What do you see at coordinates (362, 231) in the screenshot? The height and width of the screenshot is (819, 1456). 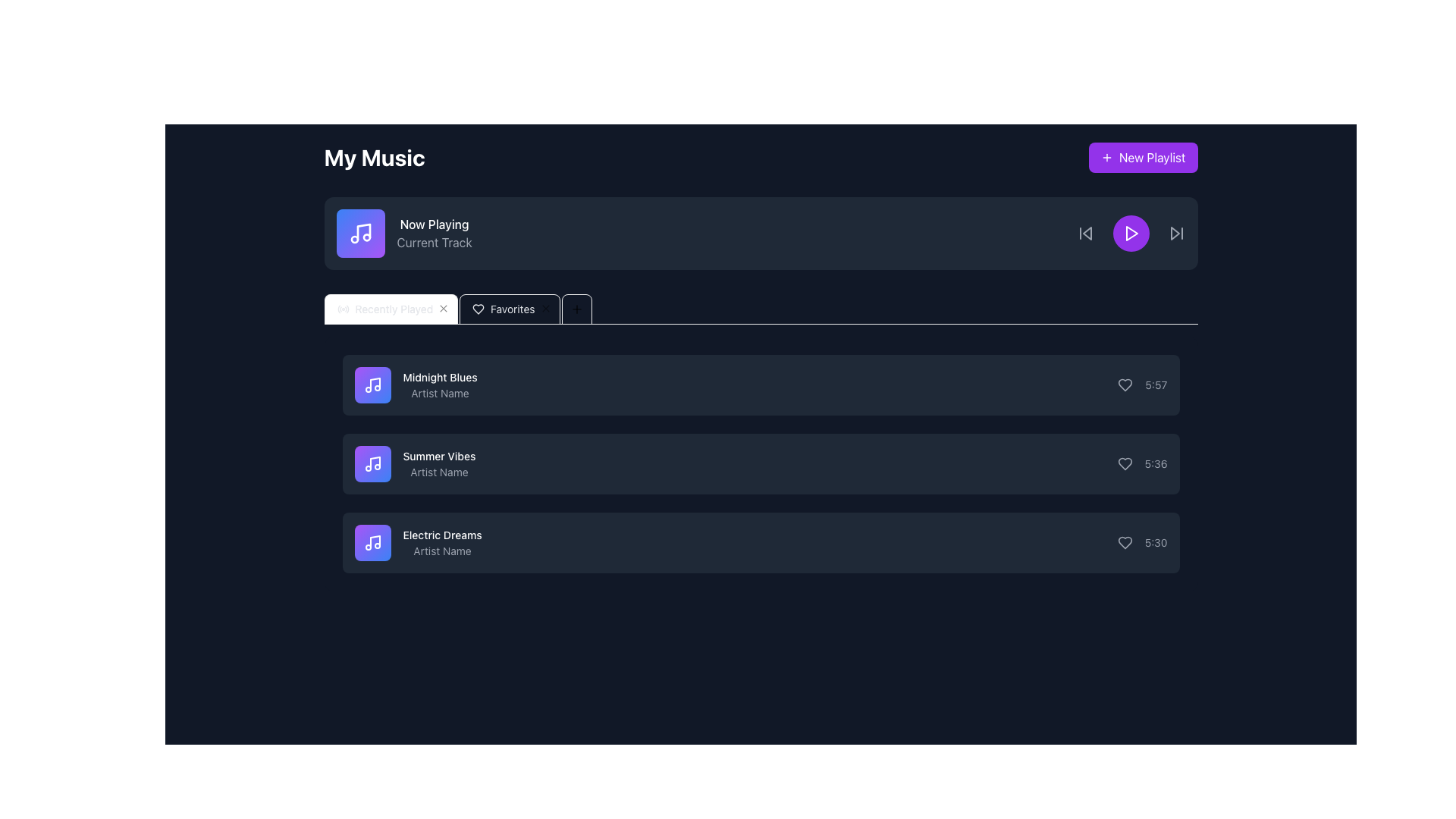 I see `the music icon representing the 'Now Playing' track item located inside the purple square to the left of the text 'Now Playing' and 'Current Track'` at bounding box center [362, 231].